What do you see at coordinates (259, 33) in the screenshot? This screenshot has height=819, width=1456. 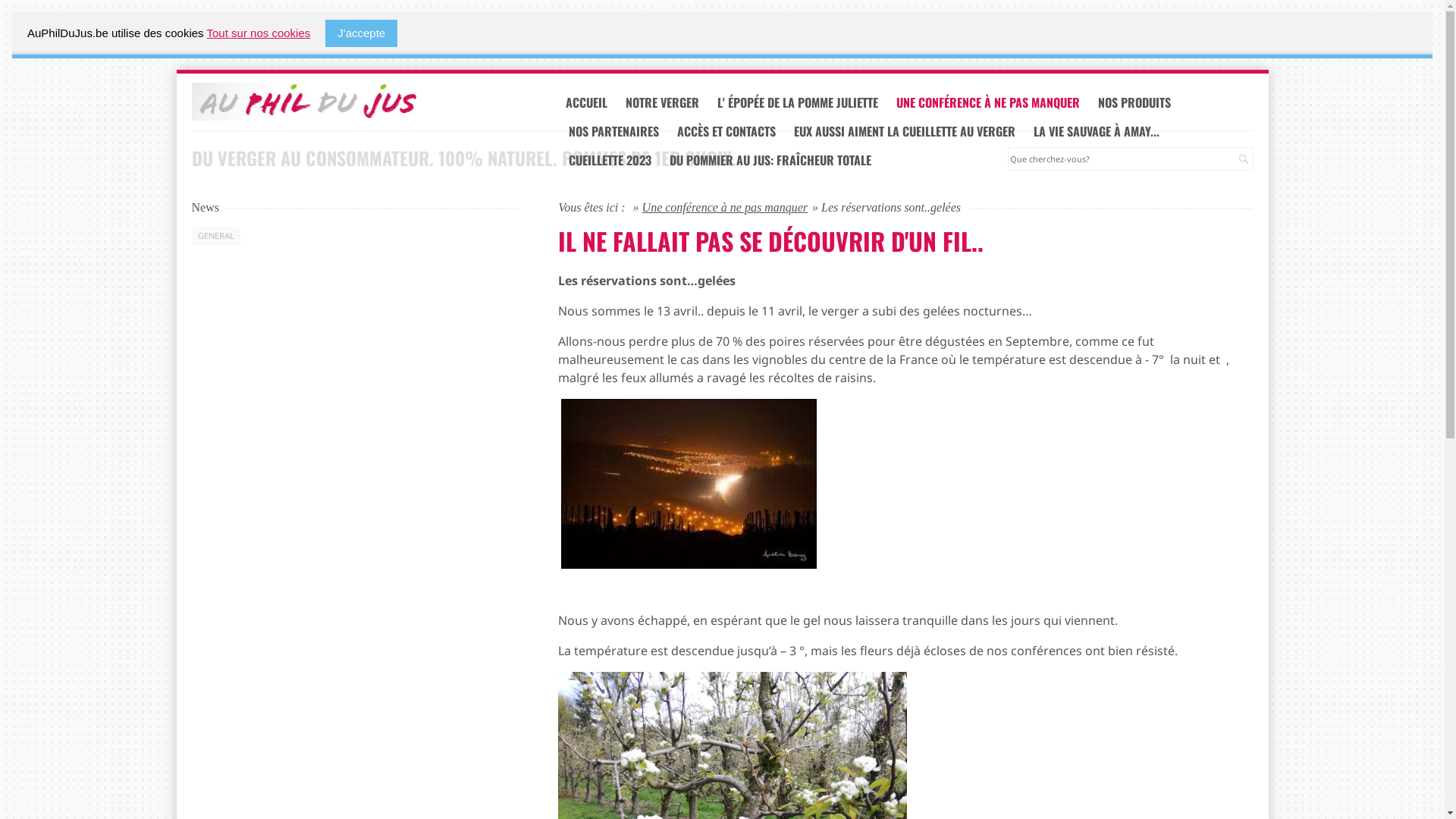 I see `'Tout sur nos cookies'` at bounding box center [259, 33].